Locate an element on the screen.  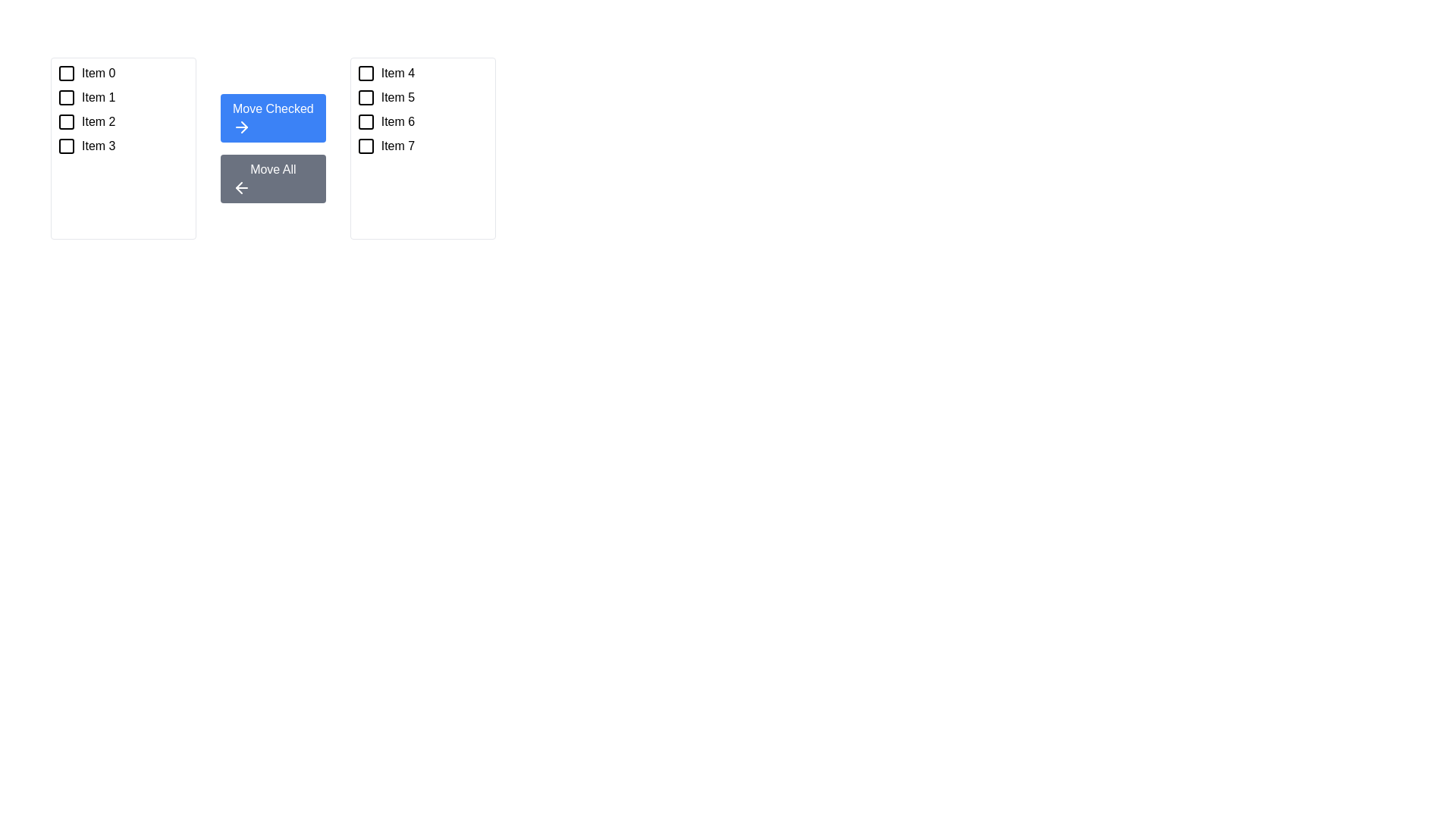
the 'Move Checked' button, which has a blue background and white text, to move selected items is located at coordinates (273, 117).